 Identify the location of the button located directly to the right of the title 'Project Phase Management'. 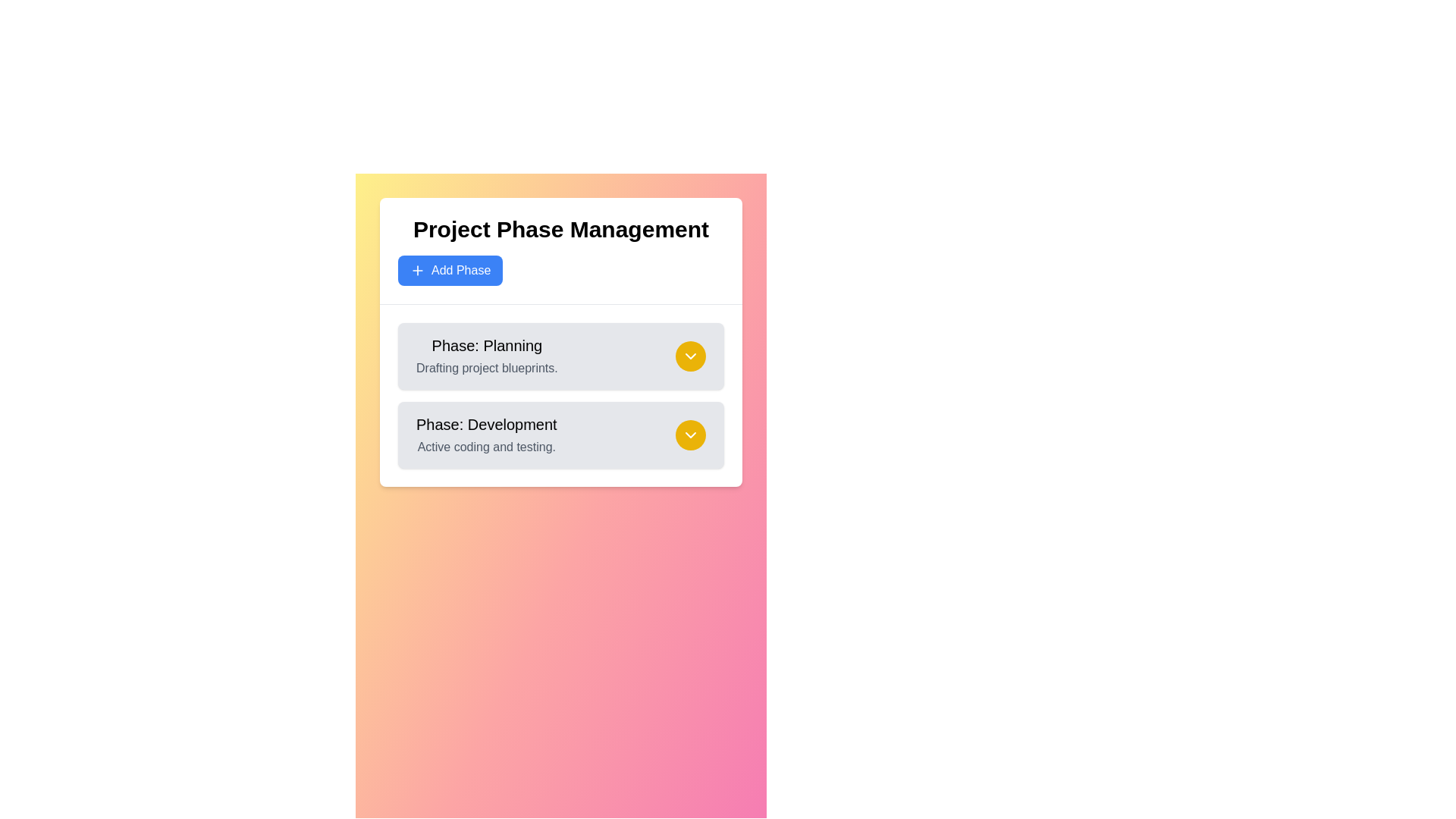
(450, 270).